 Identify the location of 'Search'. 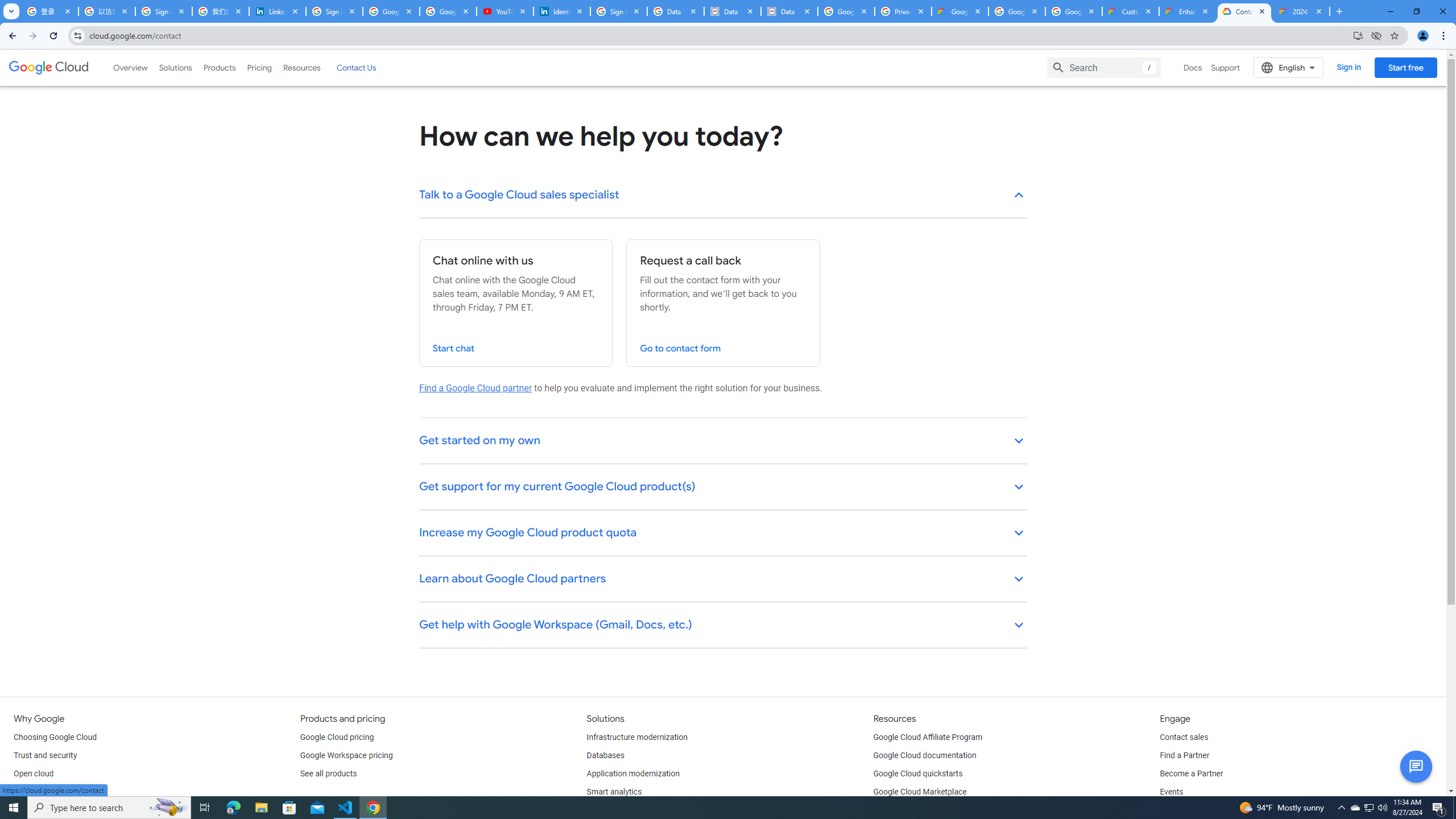
(1103, 67).